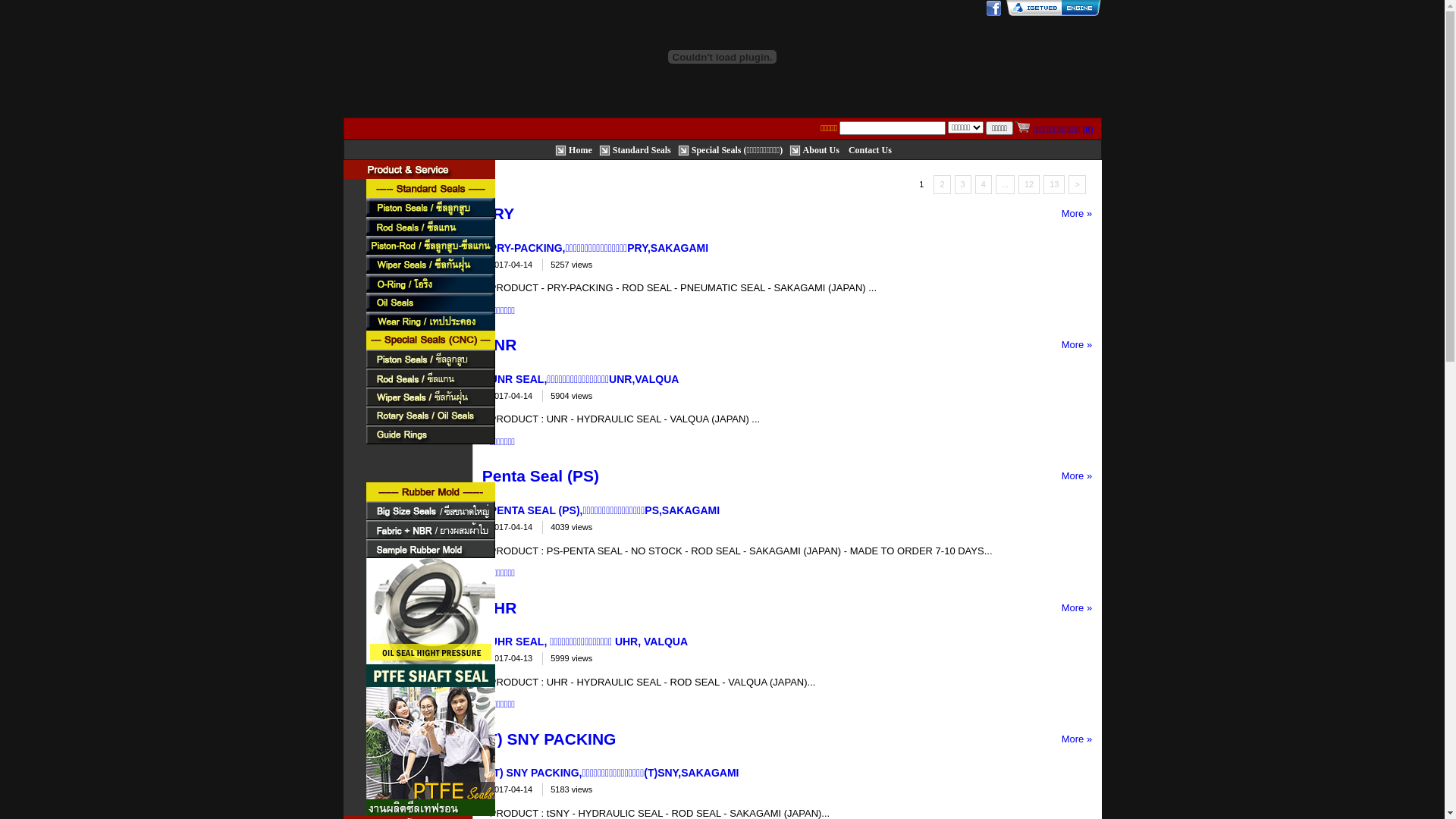 Image resolution: width=1456 pixels, height=819 pixels. Describe the element at coordinates (1053, 184) in the screenshot. I see `'13'` at that location.